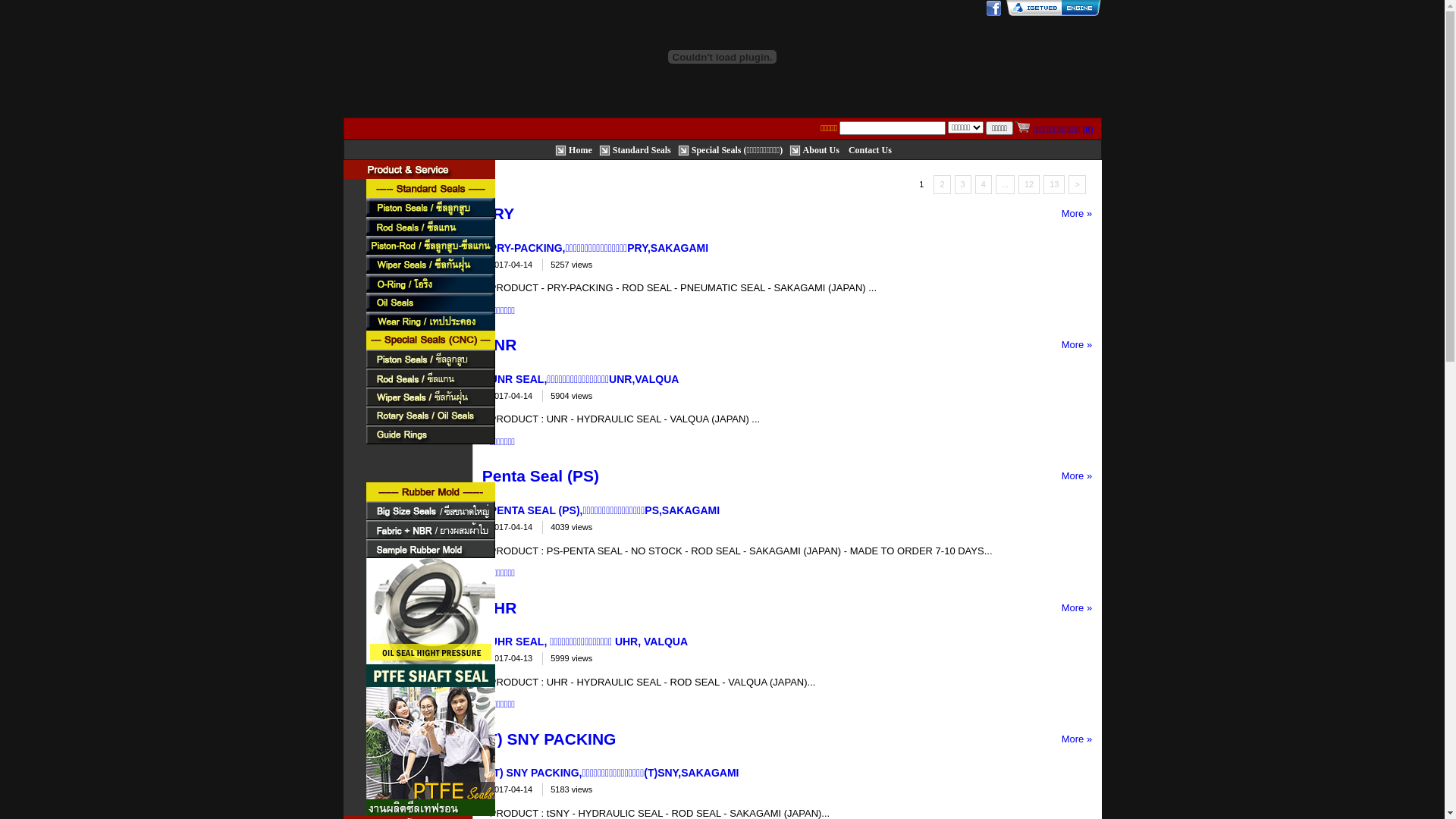 Image resolution: width=1456 pixels, height=819 pixels. Describe the element at coordinates (1053, 184) in the screenshot. I see `'13'` at that location.